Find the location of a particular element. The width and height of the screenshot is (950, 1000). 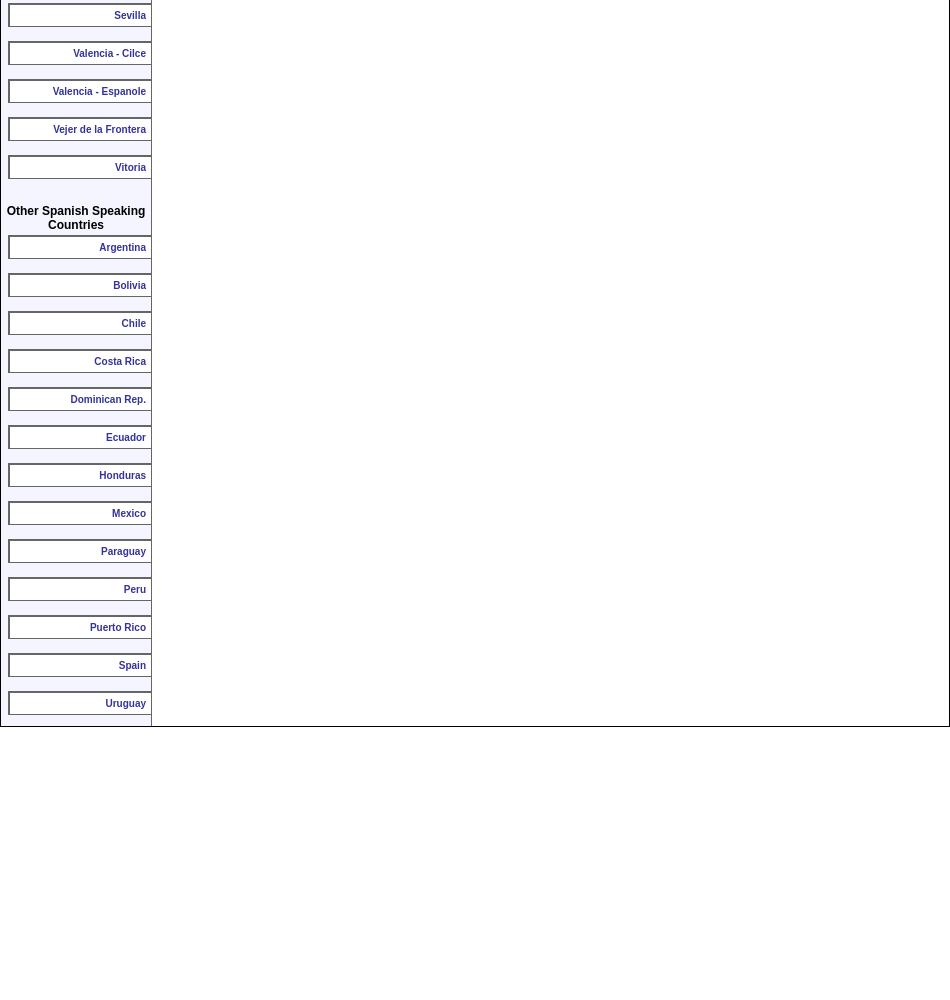

'Mexico' is located at coordinates (129, 513).